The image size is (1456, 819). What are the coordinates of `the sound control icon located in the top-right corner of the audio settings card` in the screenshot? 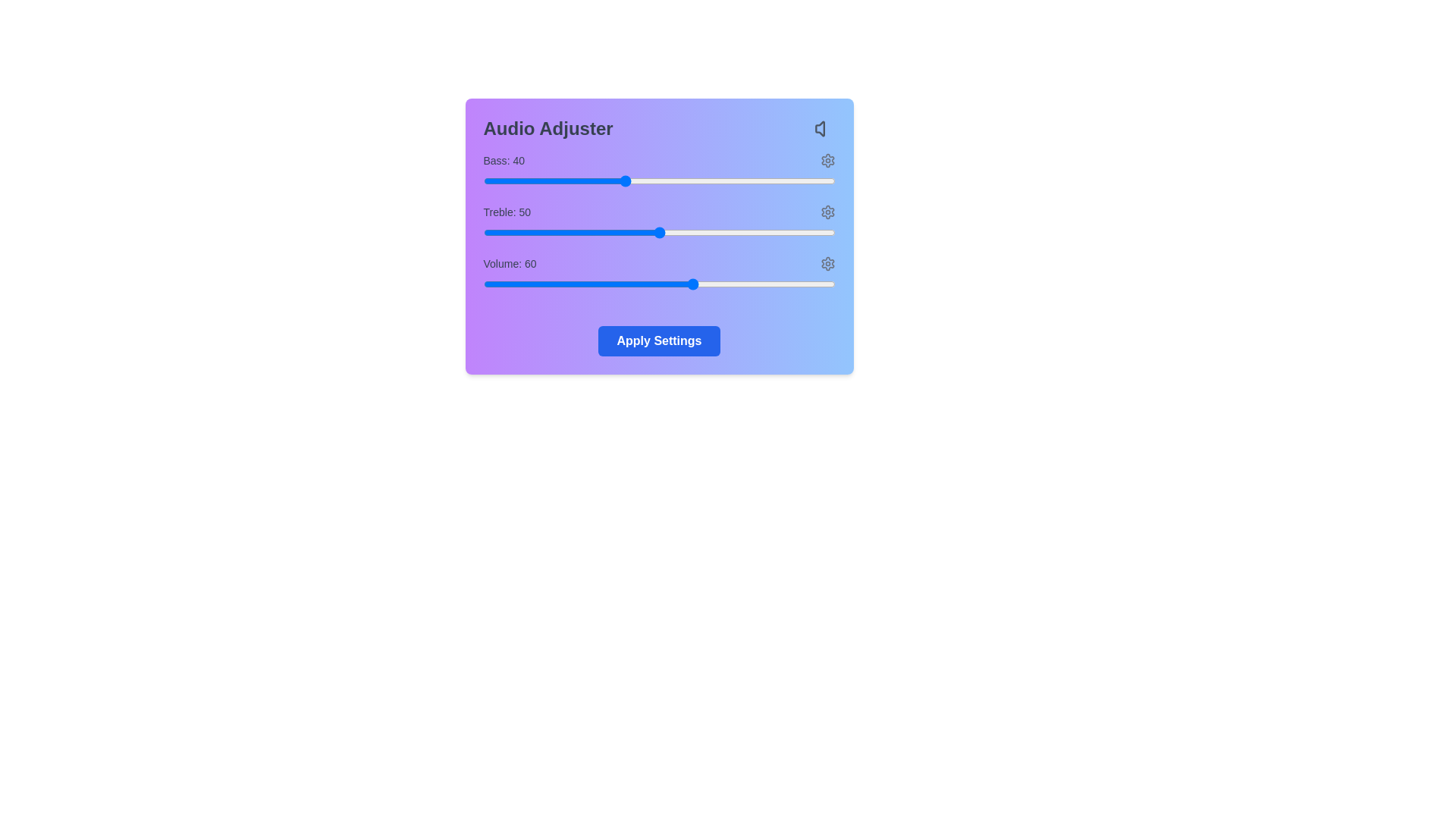 It's located at (819, 127).